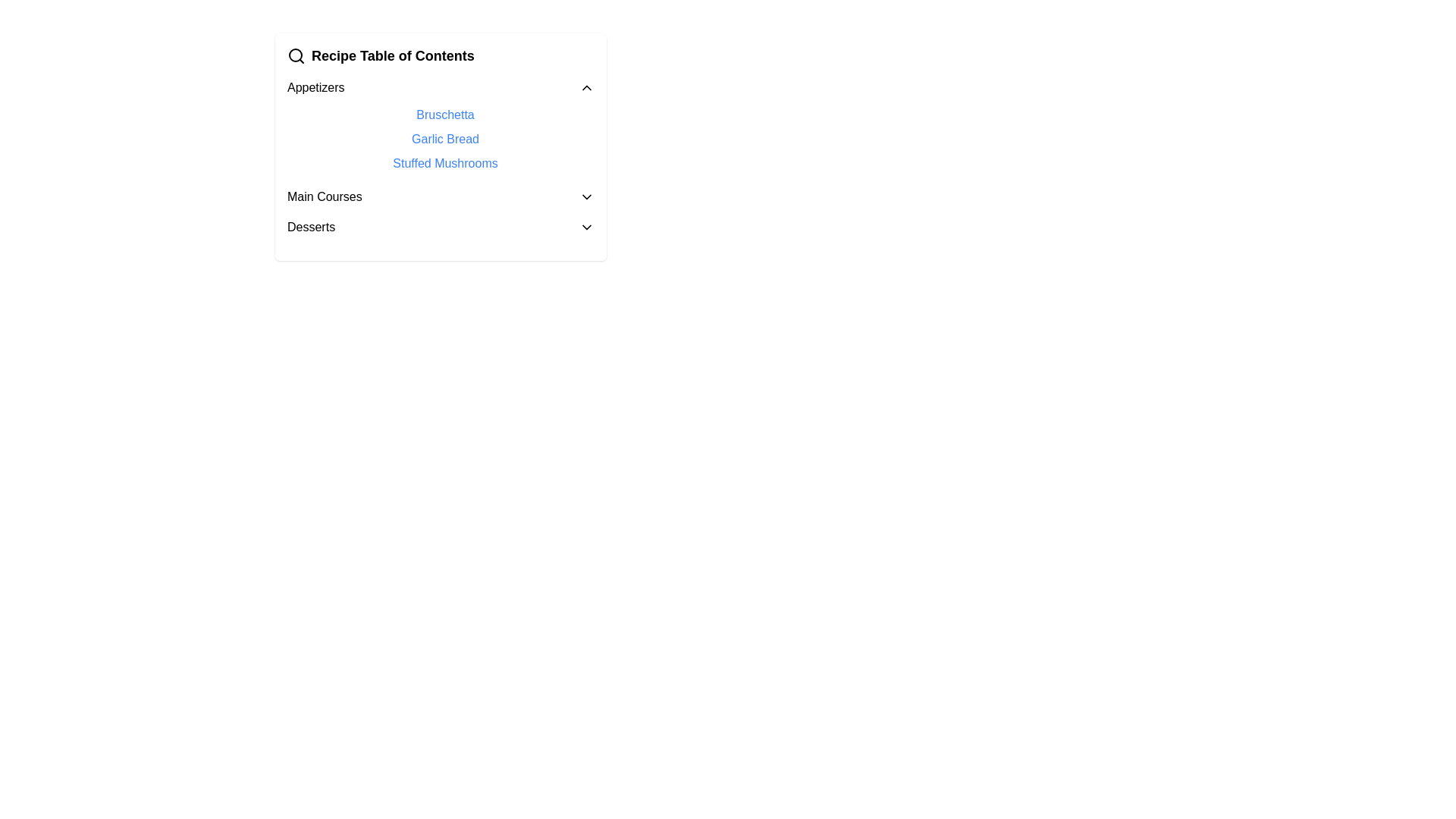 The height and width of the screenshot is (819, 1456). I want to click on the text label 'Desserts', which is styled in bold and serves as a section heading in the 'Main Courses' section, positioned next to a dropdown arrow icon, so click(310, 227).